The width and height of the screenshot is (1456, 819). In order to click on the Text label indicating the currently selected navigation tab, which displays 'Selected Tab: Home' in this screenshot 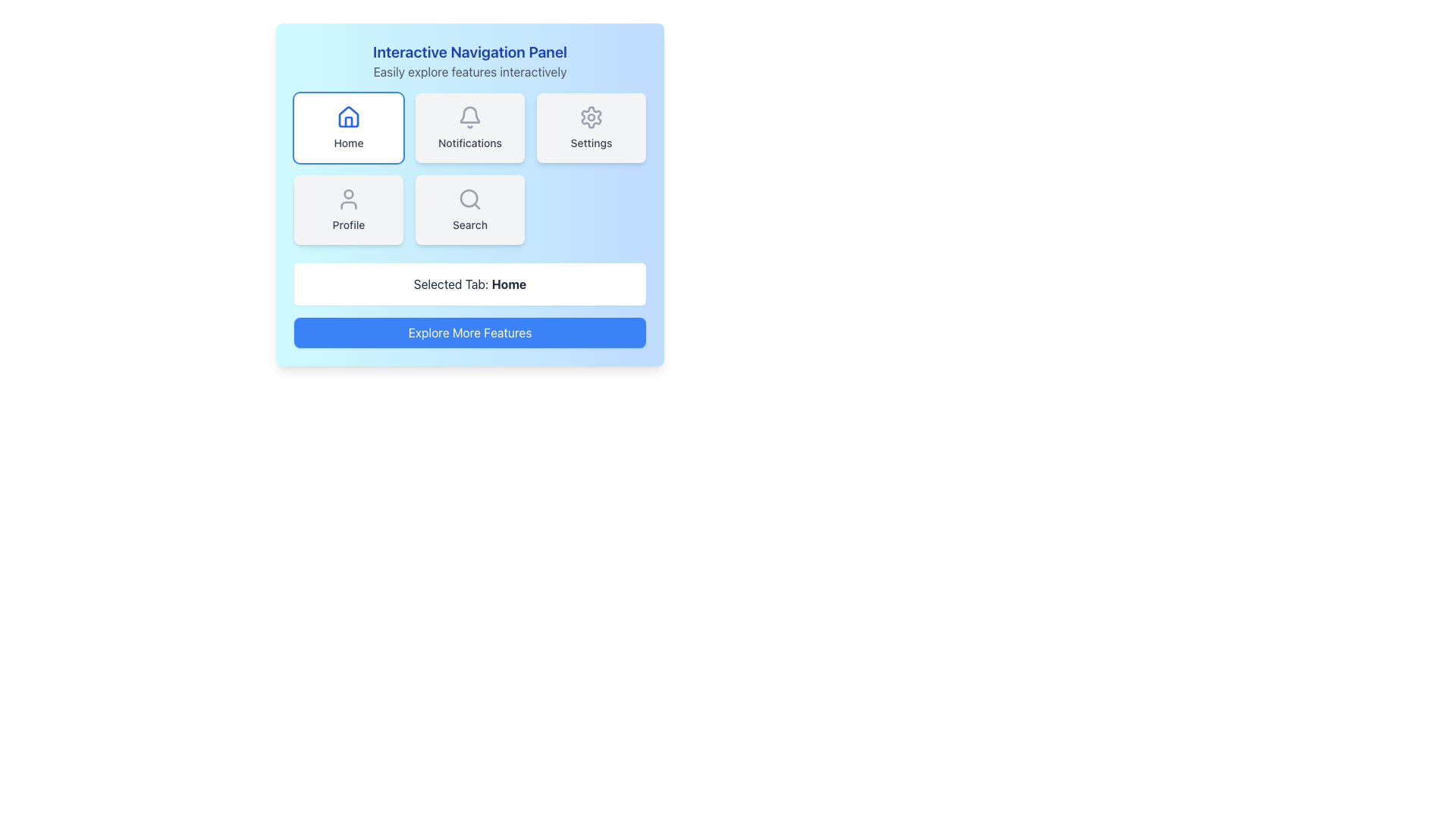, I will do `click(469, 284)`.